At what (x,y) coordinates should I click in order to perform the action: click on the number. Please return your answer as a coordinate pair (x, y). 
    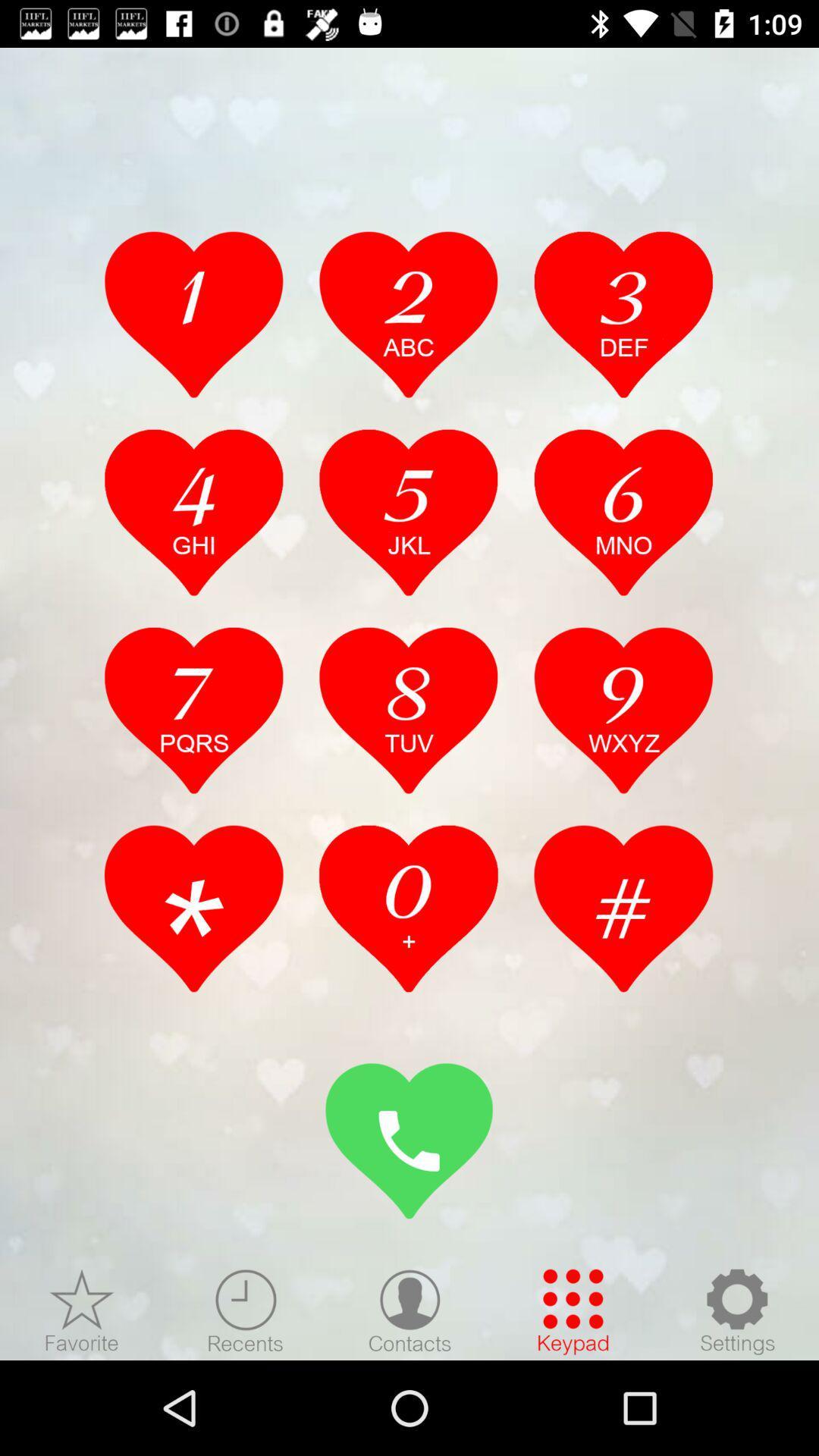
    Looking at the image, I should click on (193, 313).